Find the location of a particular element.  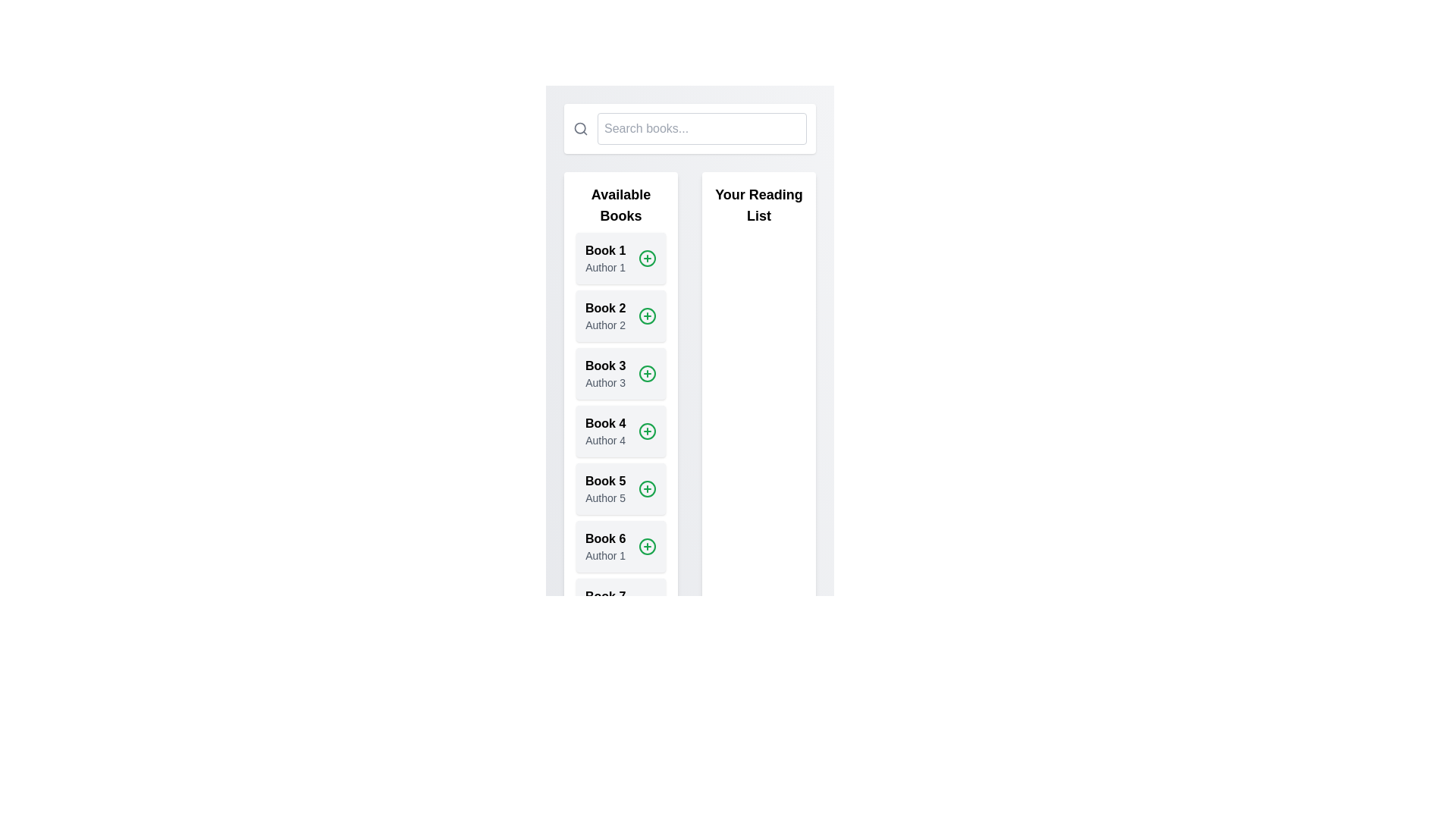

the circular green icon with a plus symbol is located at coordinates (648, 374).